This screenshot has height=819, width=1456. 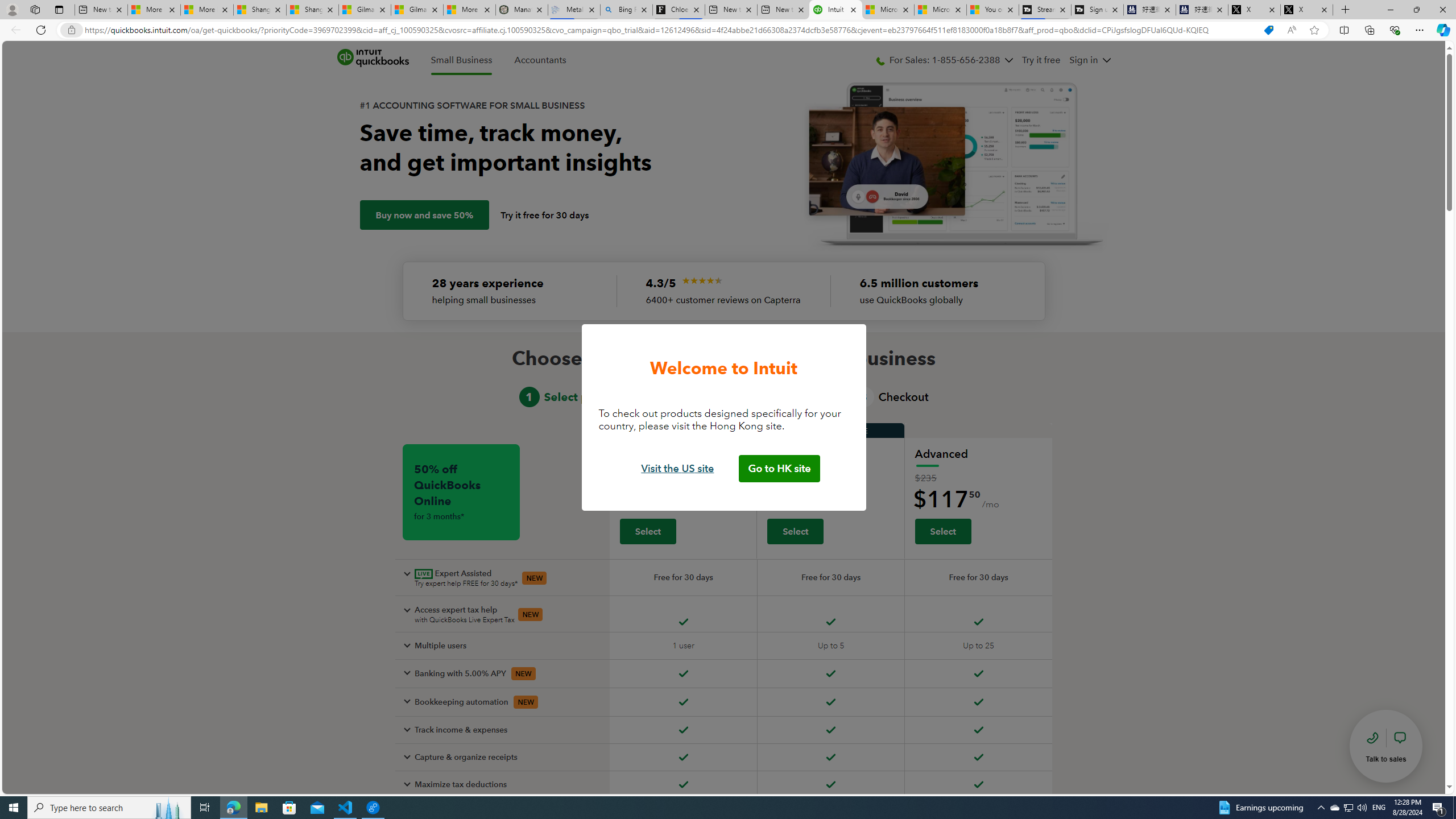 I want to click on 'talk to sales', so click(x=1386, y=746).